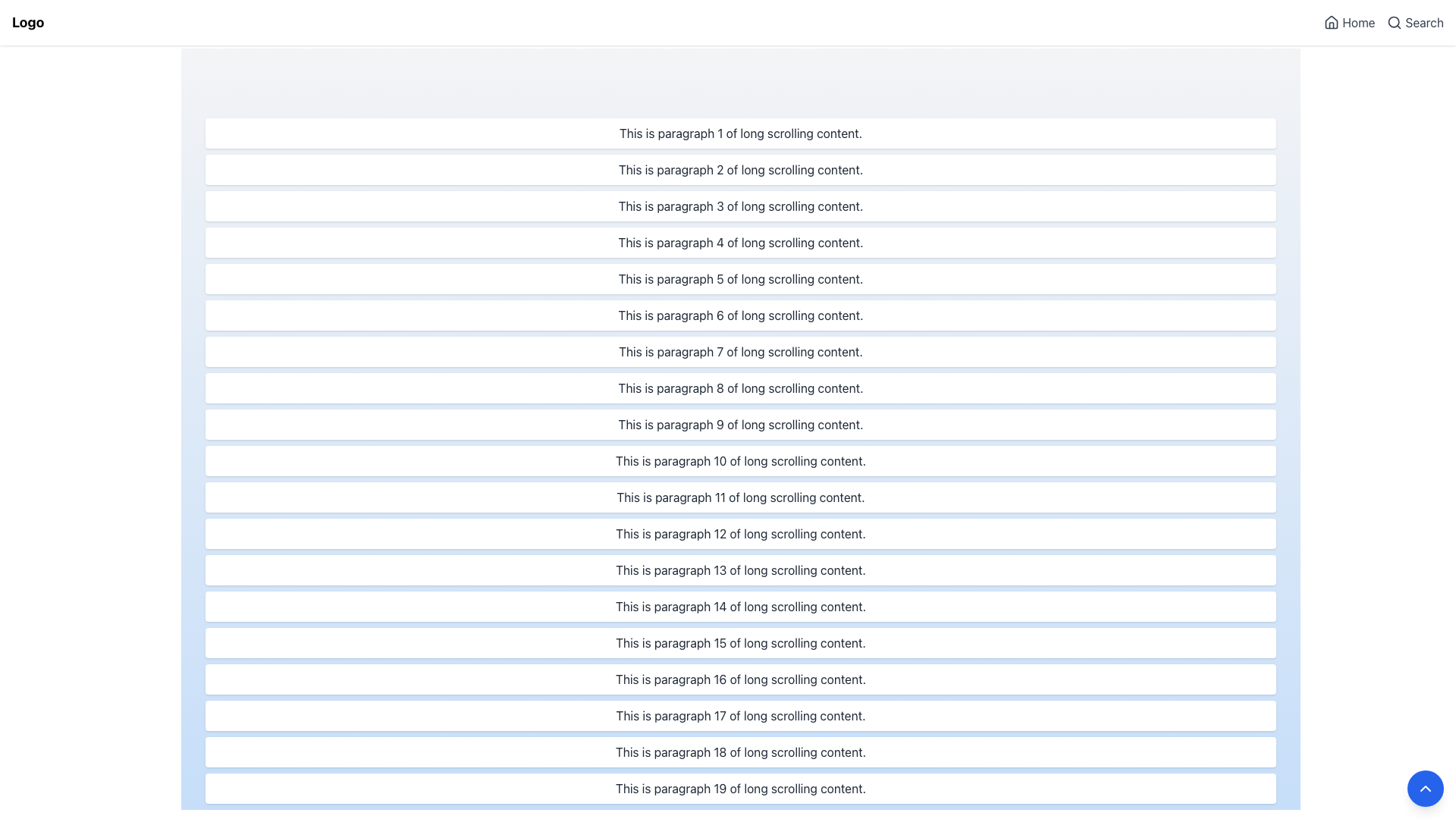  What do you see at coordinates (1425, 788) in the screenshot?
I see `the circular button located at the bottom-right corner of the page, which has a blue background and a white arrow icon` at bounding box center [1425, 788].